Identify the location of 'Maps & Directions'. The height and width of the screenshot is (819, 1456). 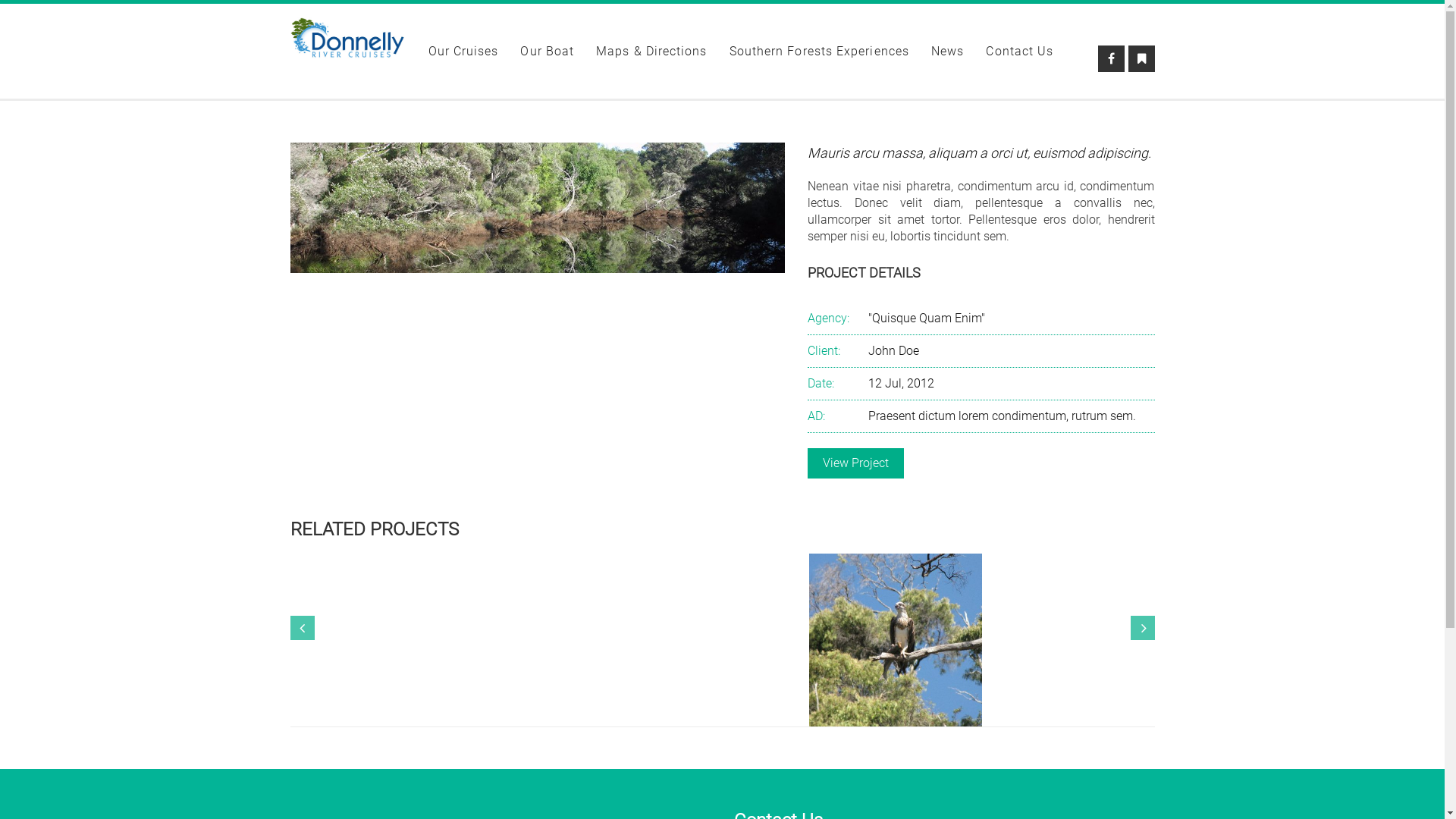
(651, 52).